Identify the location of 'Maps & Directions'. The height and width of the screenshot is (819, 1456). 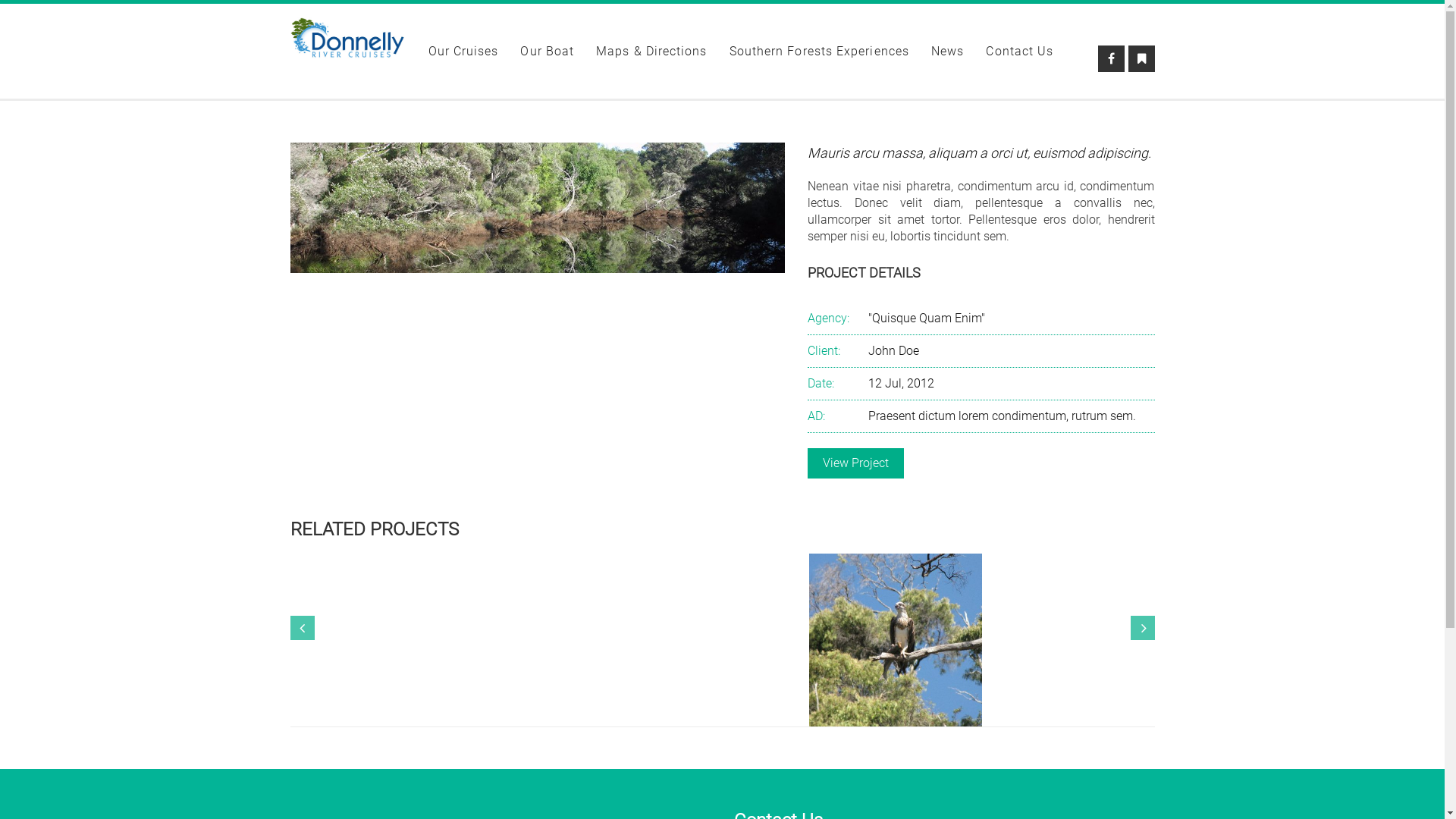
(651, 52).